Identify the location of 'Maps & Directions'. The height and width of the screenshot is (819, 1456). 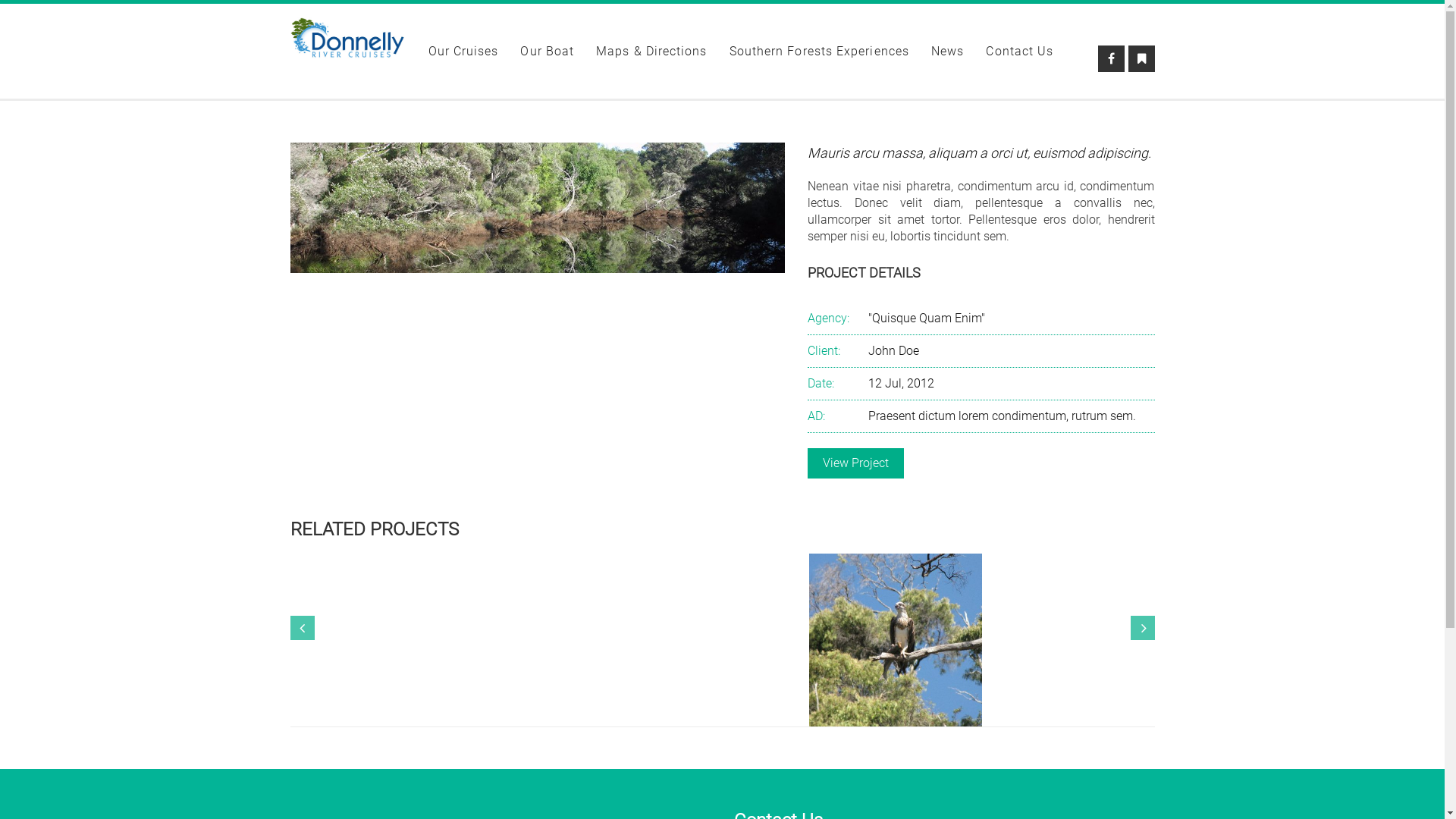
(651, 52).